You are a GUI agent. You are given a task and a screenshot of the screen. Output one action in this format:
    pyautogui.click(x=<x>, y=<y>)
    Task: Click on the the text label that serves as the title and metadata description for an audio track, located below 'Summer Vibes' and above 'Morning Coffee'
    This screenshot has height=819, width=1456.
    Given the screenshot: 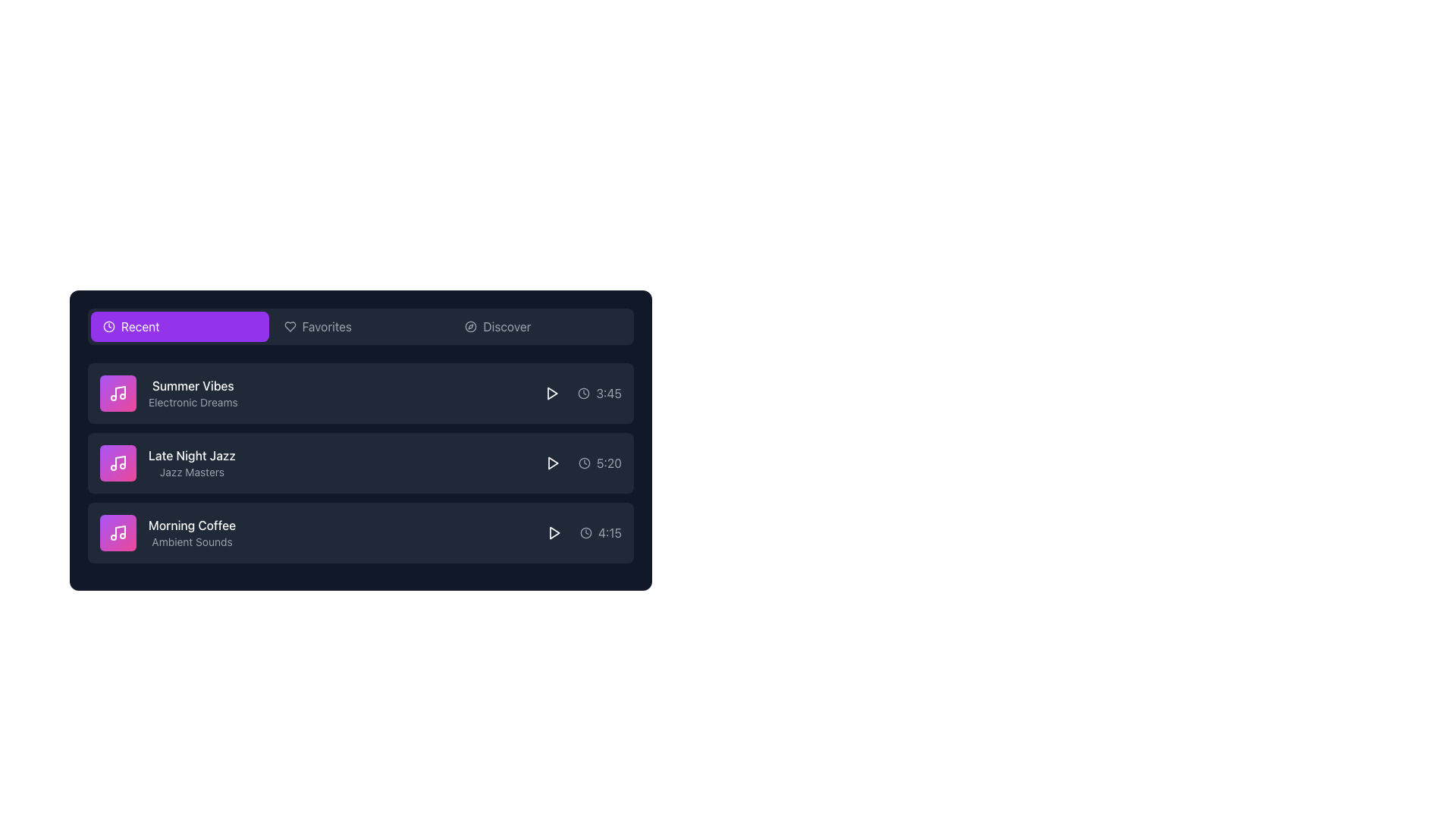 What is the action you would take?
    pyautogui.click(x=191, y=462)
    